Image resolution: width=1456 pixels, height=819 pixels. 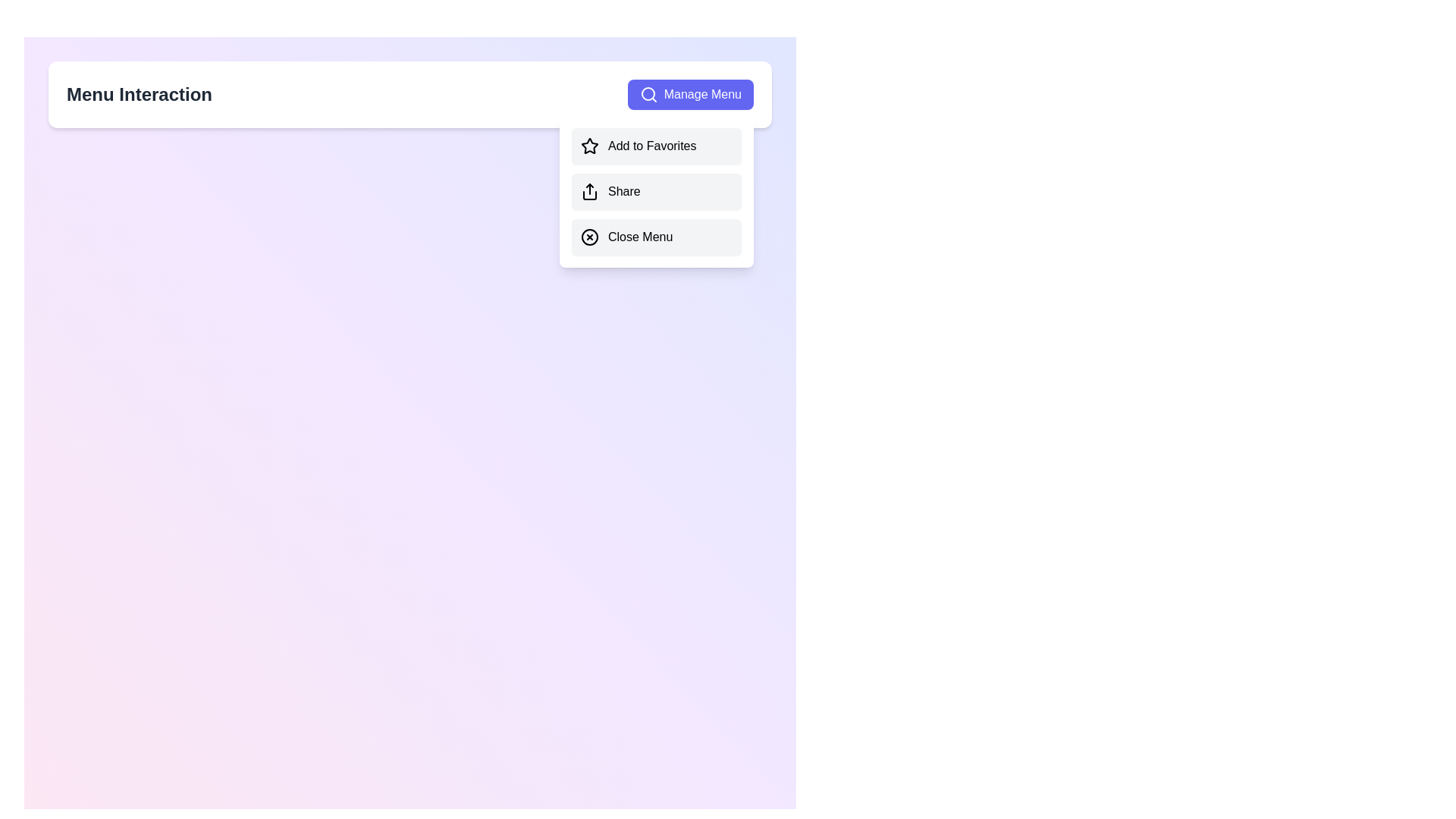 What do you see at coordinates (656, 191) in the screenshot?
I see `the 'Share' button located in the middle of a vertical stack of three buttons in the dropdown menu, positioned between 'Add to Favorites' and 'Close Menu'` at bounding box center [656, 191].